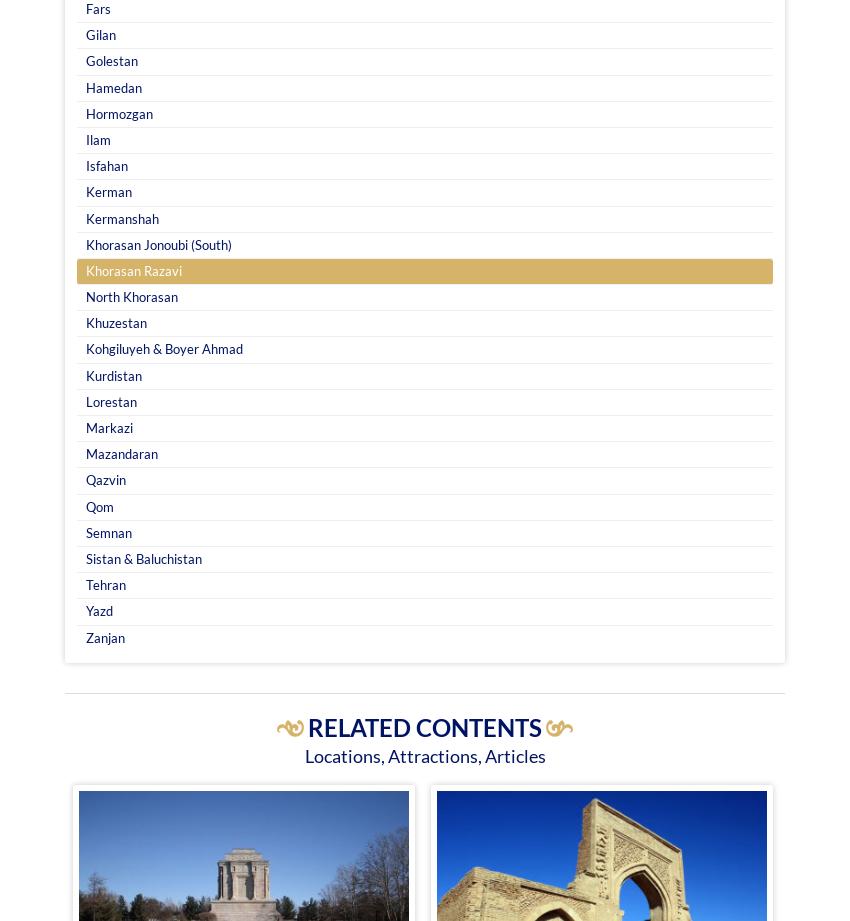  Describe the element at coordinates (85, 60) in the screenshot. I see `'Golestan'` at that location.